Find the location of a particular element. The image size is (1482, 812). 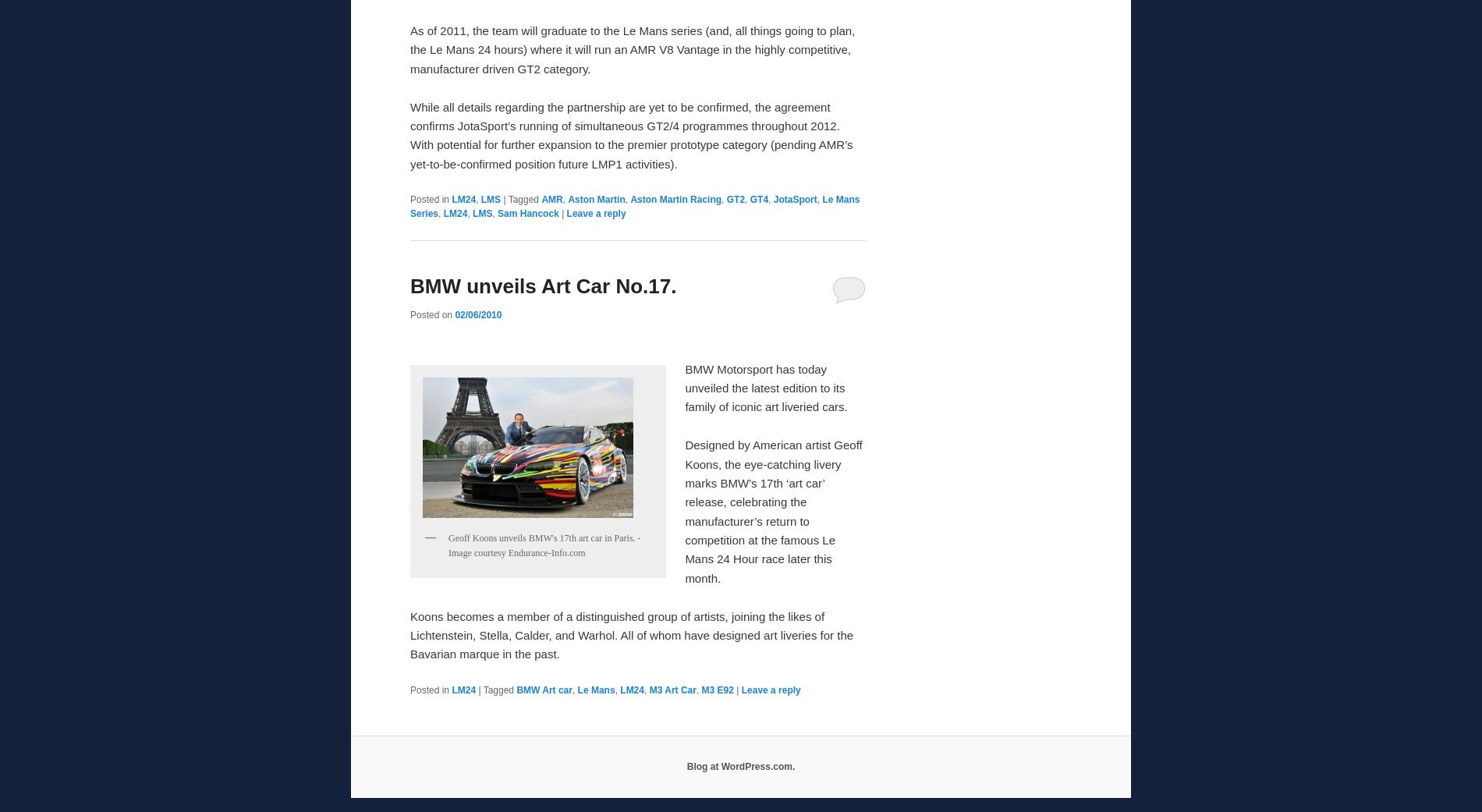

'BMW Motorsport has today unveiled the latest edition to its family of iconic art liveried cars.' is located at coordinates (683, 386).